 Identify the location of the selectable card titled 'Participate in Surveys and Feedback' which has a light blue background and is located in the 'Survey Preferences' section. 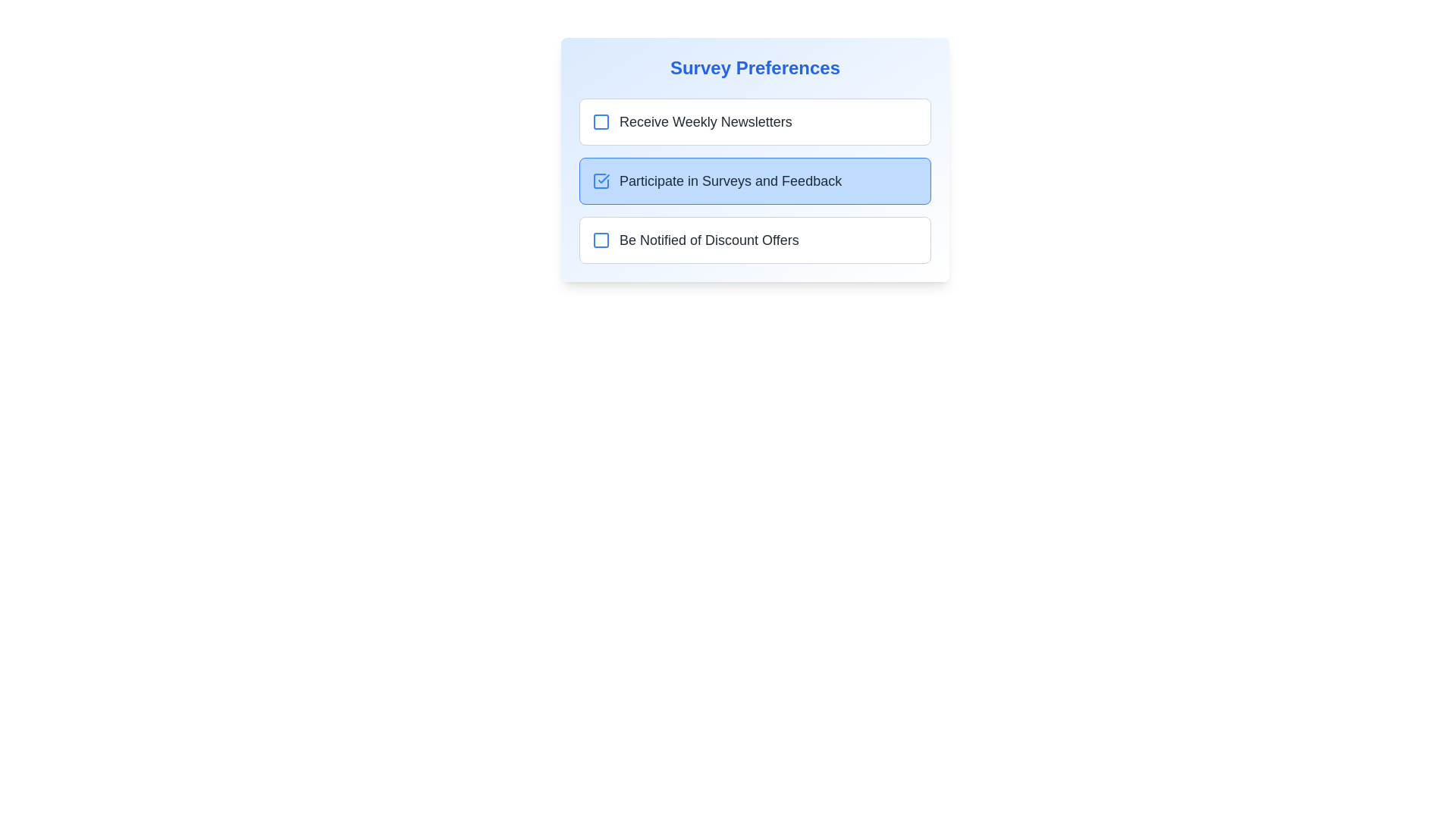
(755, 160).